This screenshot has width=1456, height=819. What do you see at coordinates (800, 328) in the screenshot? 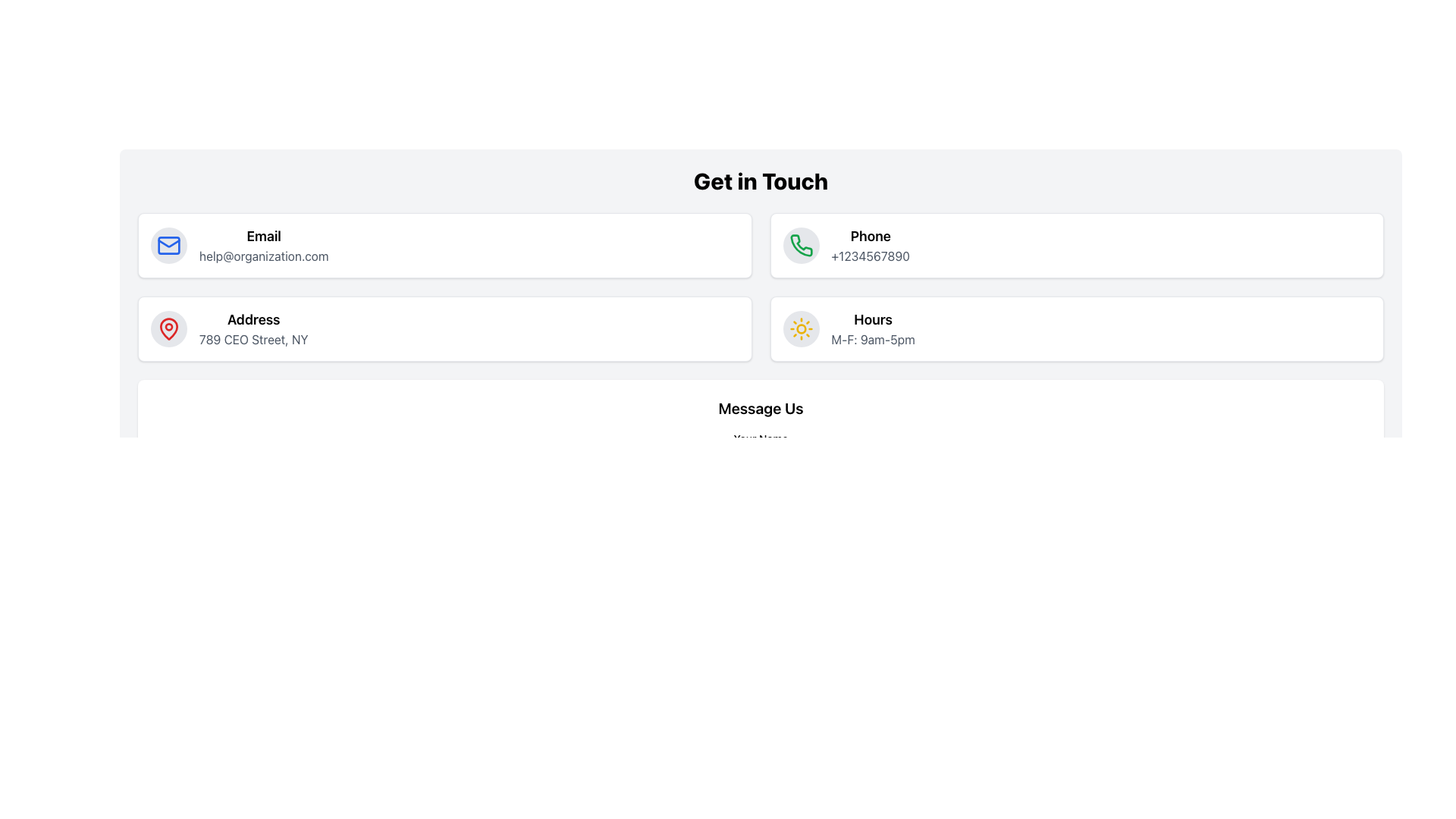
I see `the leftmost circular gray button with a yellow sun icon located in the 'Hours' box, near the text 'Hours M-F: 9am-5pm.'` at bounding box center [800, 328].